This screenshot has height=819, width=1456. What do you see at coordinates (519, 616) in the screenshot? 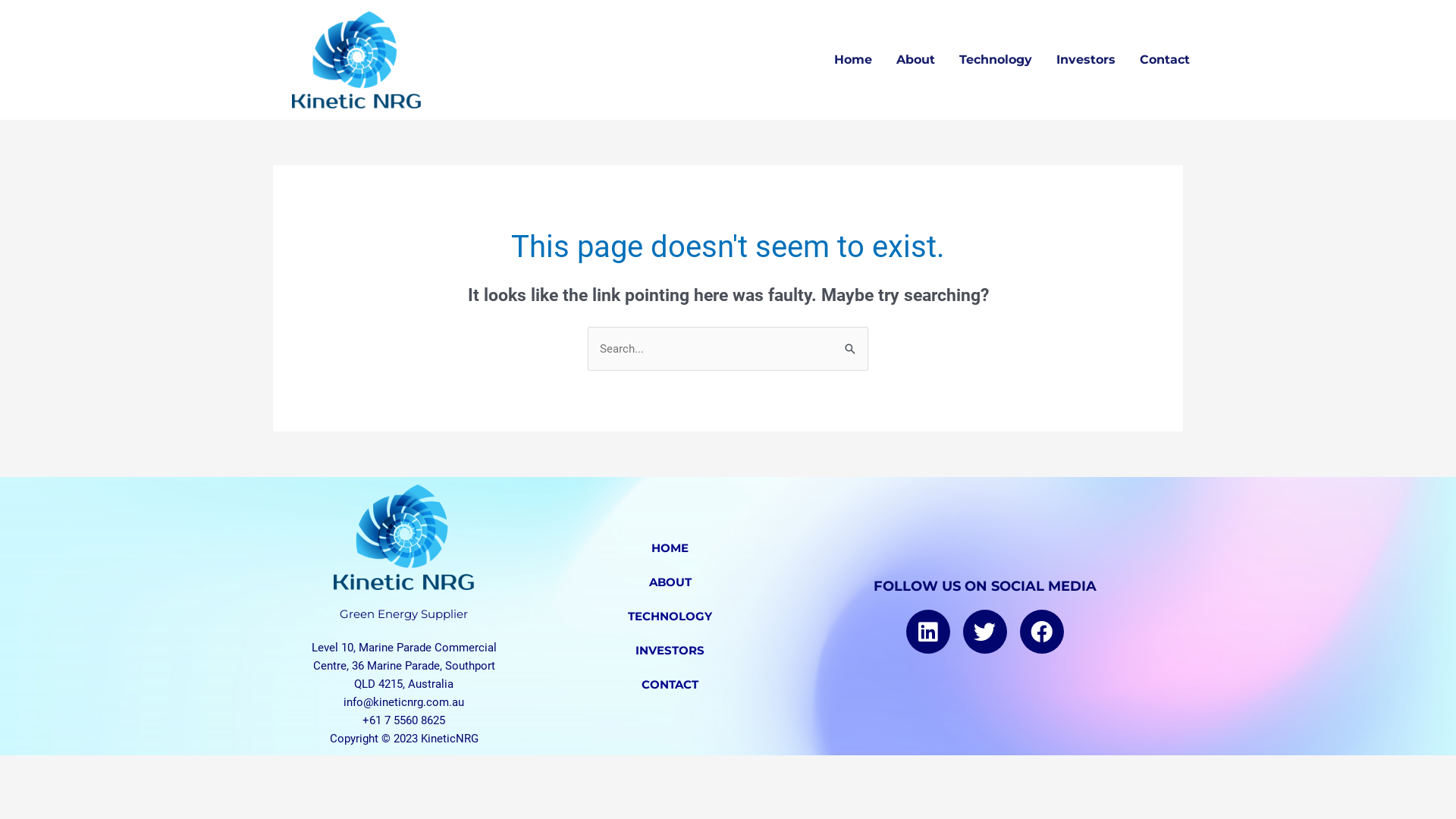
I see `'TECHNOLOGY'` at bounding box center [519, 616].